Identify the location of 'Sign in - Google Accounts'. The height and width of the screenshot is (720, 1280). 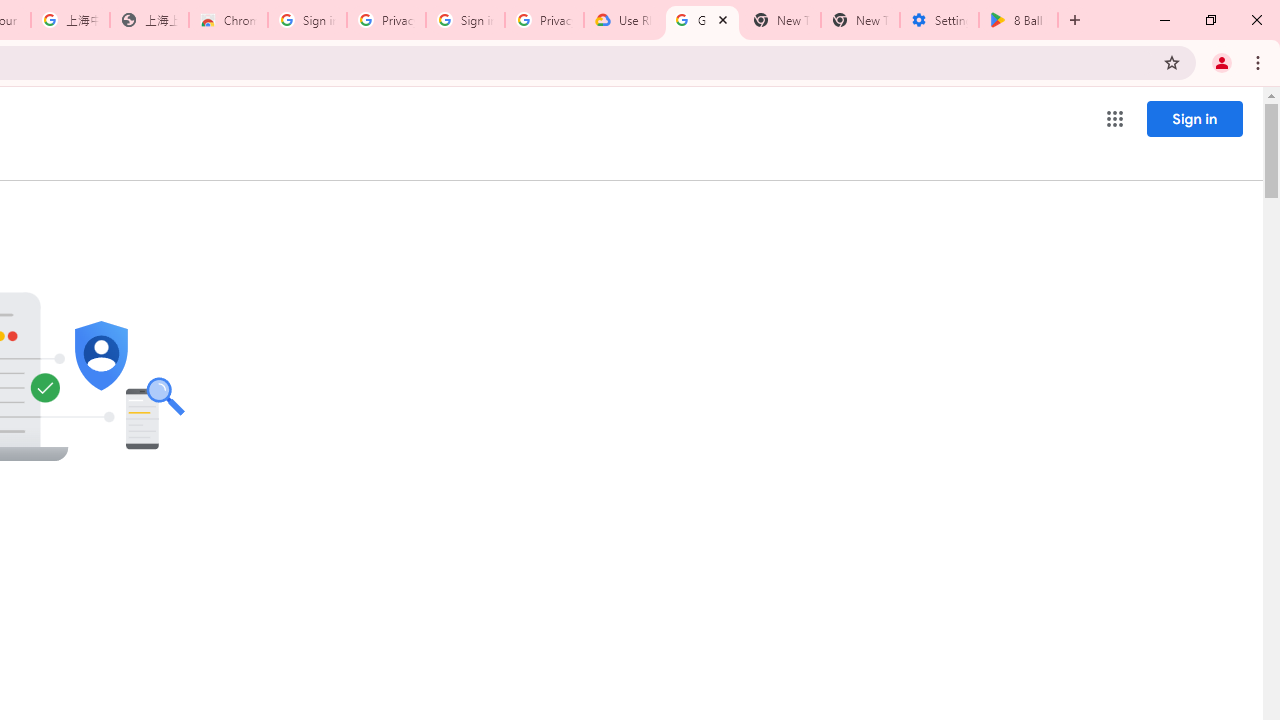
(464, 20).